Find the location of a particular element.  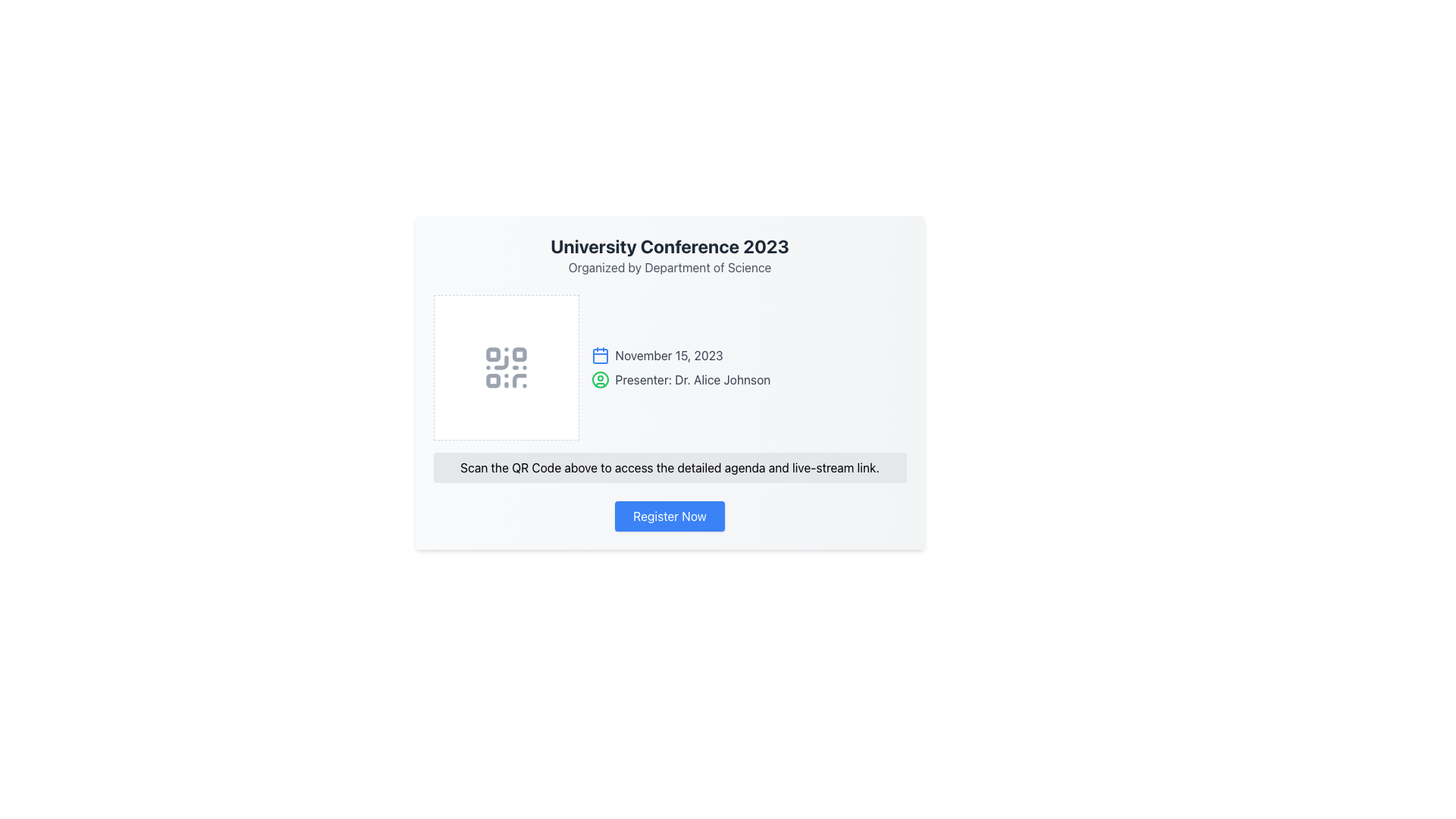

the text label displaying 'Presenter: Dr. Alice Johnson', which is located to the right of a green circular icon and is positioned below the date information and above the QR code label is located at coordinates (692, 379).